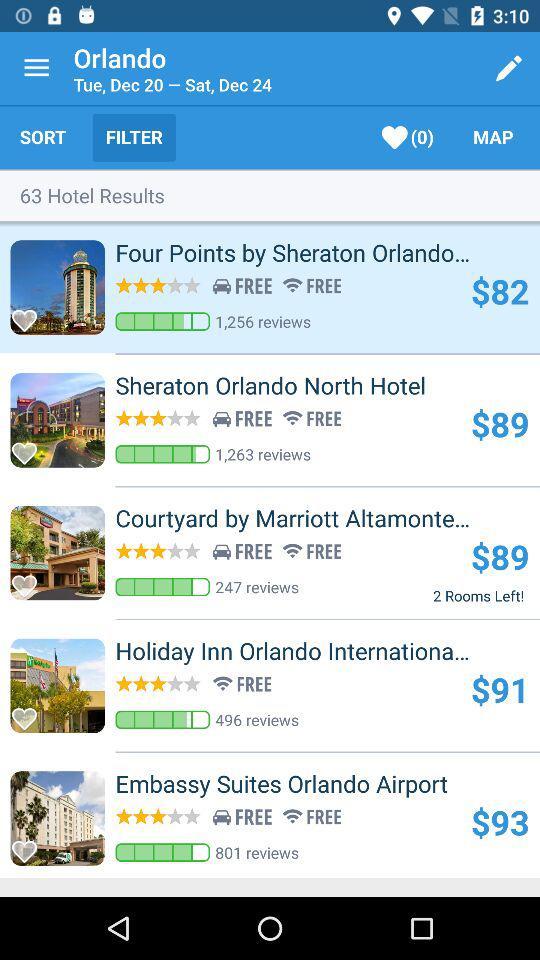 Image resolution: width=540 pixels, height=960 pixels. Describe the element at coordinates (29, 447) in the screenshot. I see `or like this option` at that location.